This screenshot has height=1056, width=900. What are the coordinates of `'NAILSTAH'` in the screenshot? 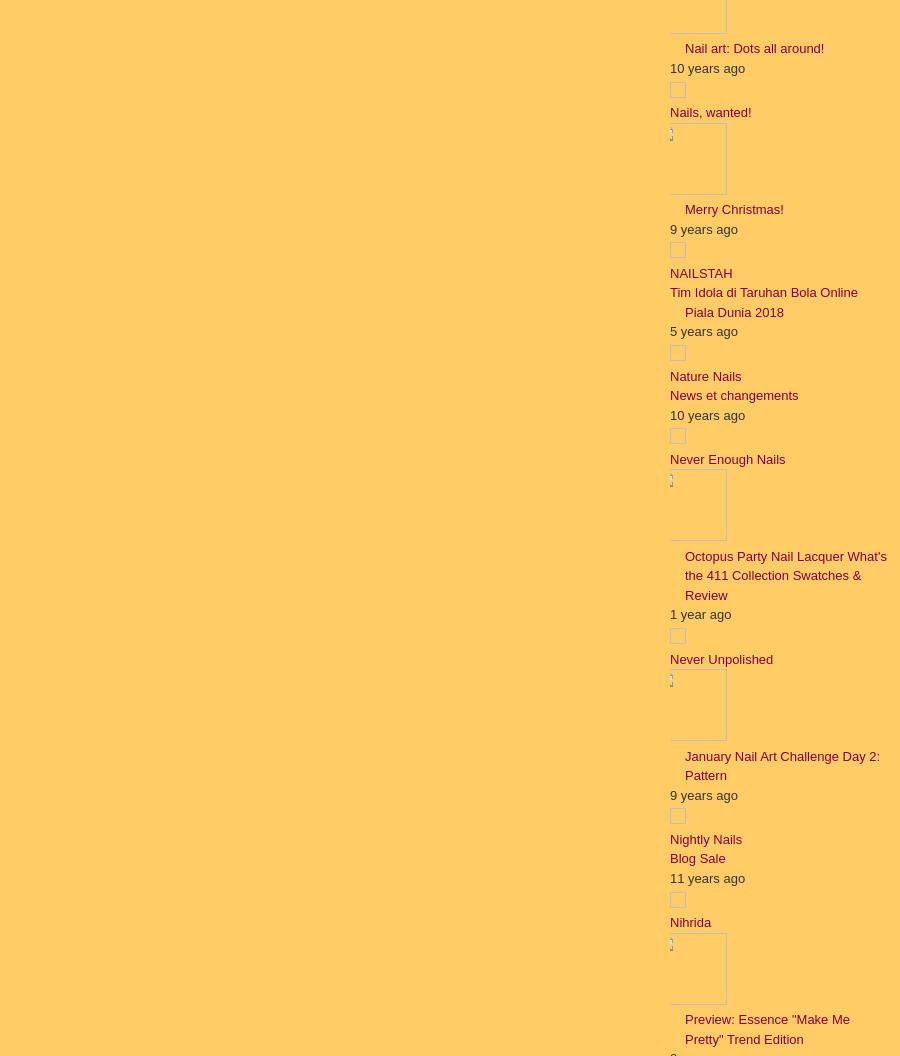 It's located at (700, 272).